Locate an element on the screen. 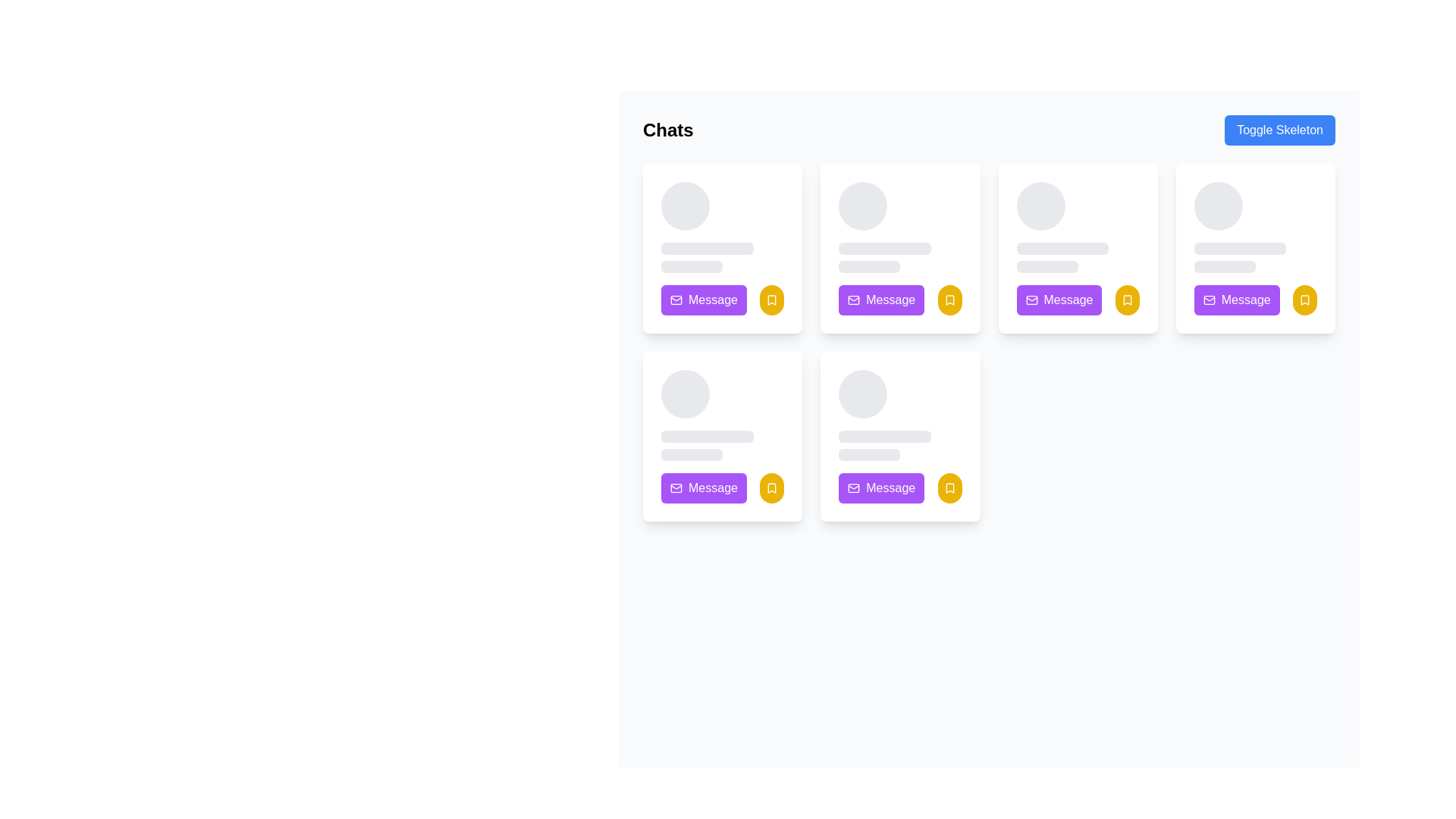  the mail icon, which has a minimalistic design featuring a rectangular envelope outline and a purple background, located to the left of the 'Message' text label in the bottom-left card of a 2x3 grid layout is located at coordinates (676, 488).